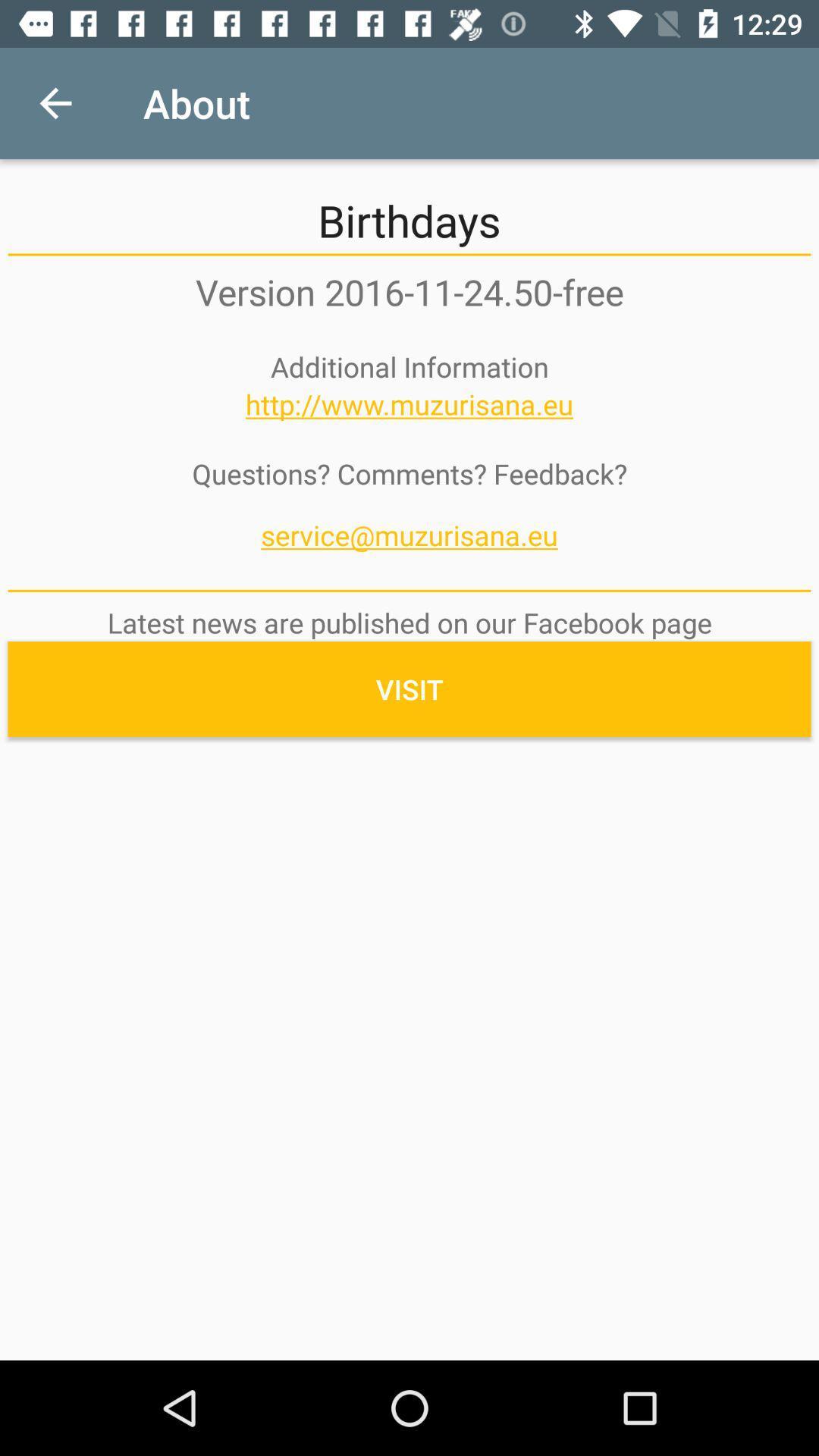  I want to click on icon above the birthdays item, so click(55, 102).